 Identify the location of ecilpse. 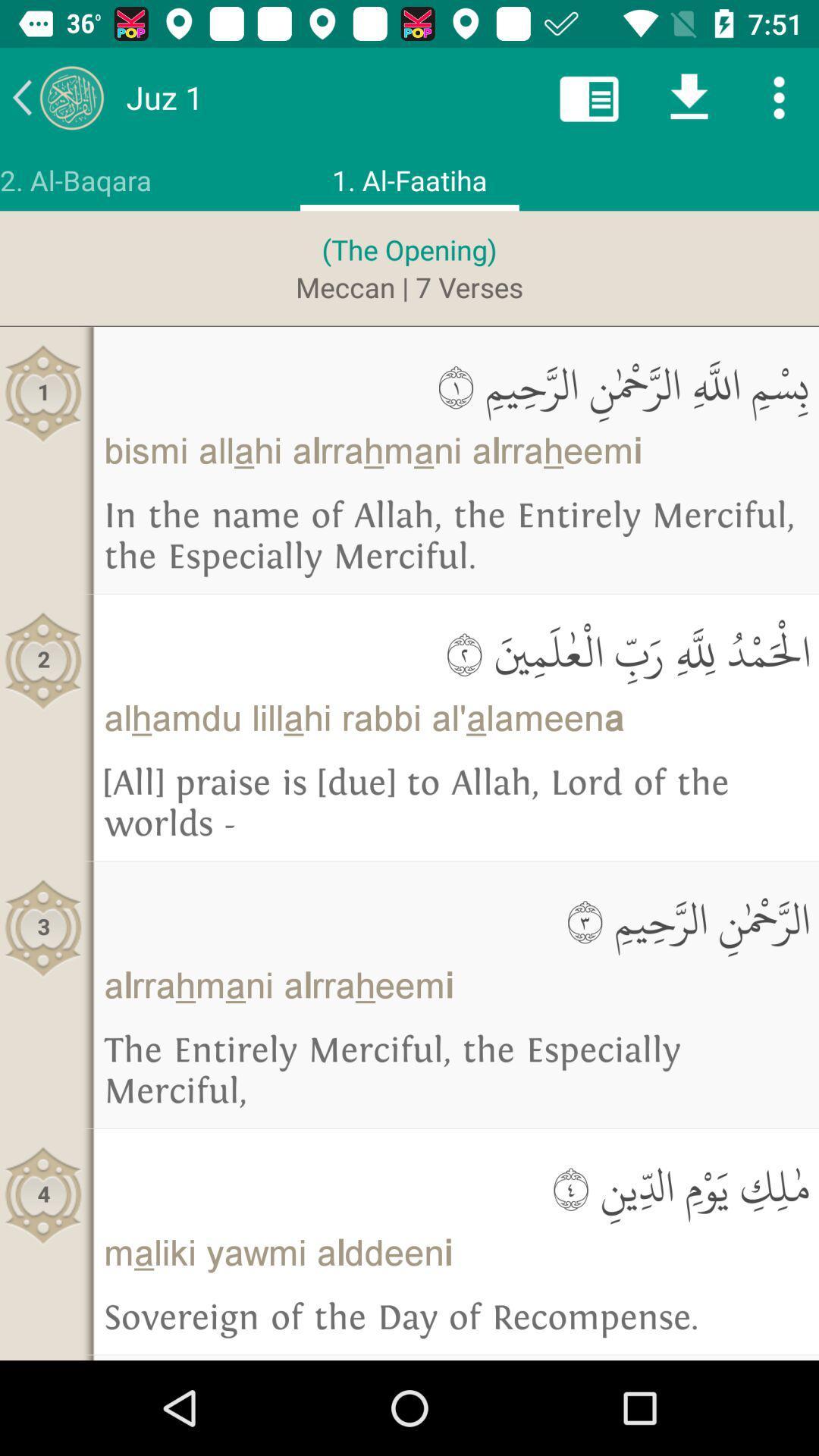
(779, 96).